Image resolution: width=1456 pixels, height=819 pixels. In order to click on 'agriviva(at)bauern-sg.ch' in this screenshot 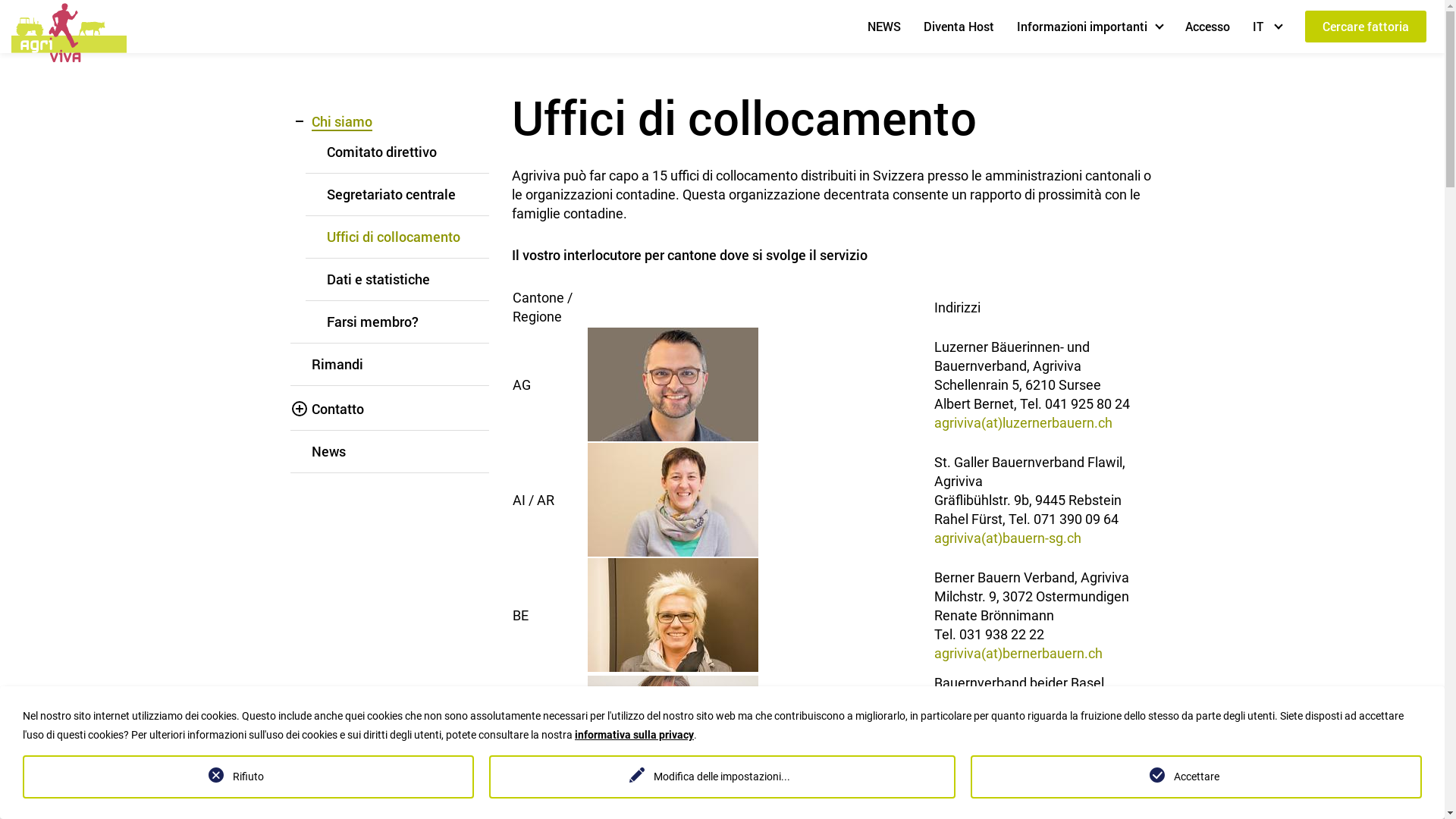, I will do `click(1008, 536)`.